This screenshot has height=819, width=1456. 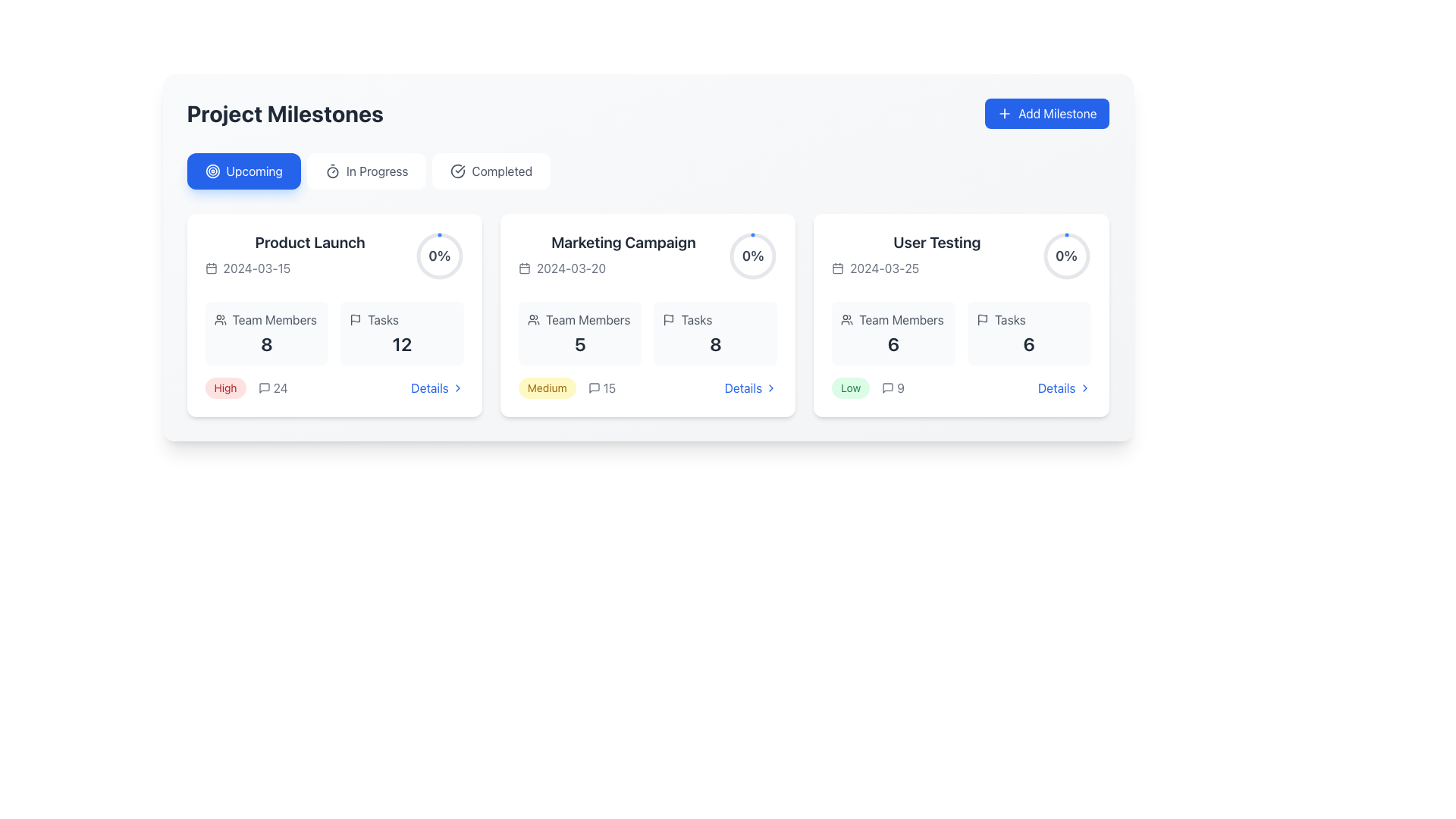 What do you see at coordinates (366, 171) in the screenshot?
I see `the second button in the 'Project Milestones' section that filters items currently in progress` at bounding box center [366, 171].